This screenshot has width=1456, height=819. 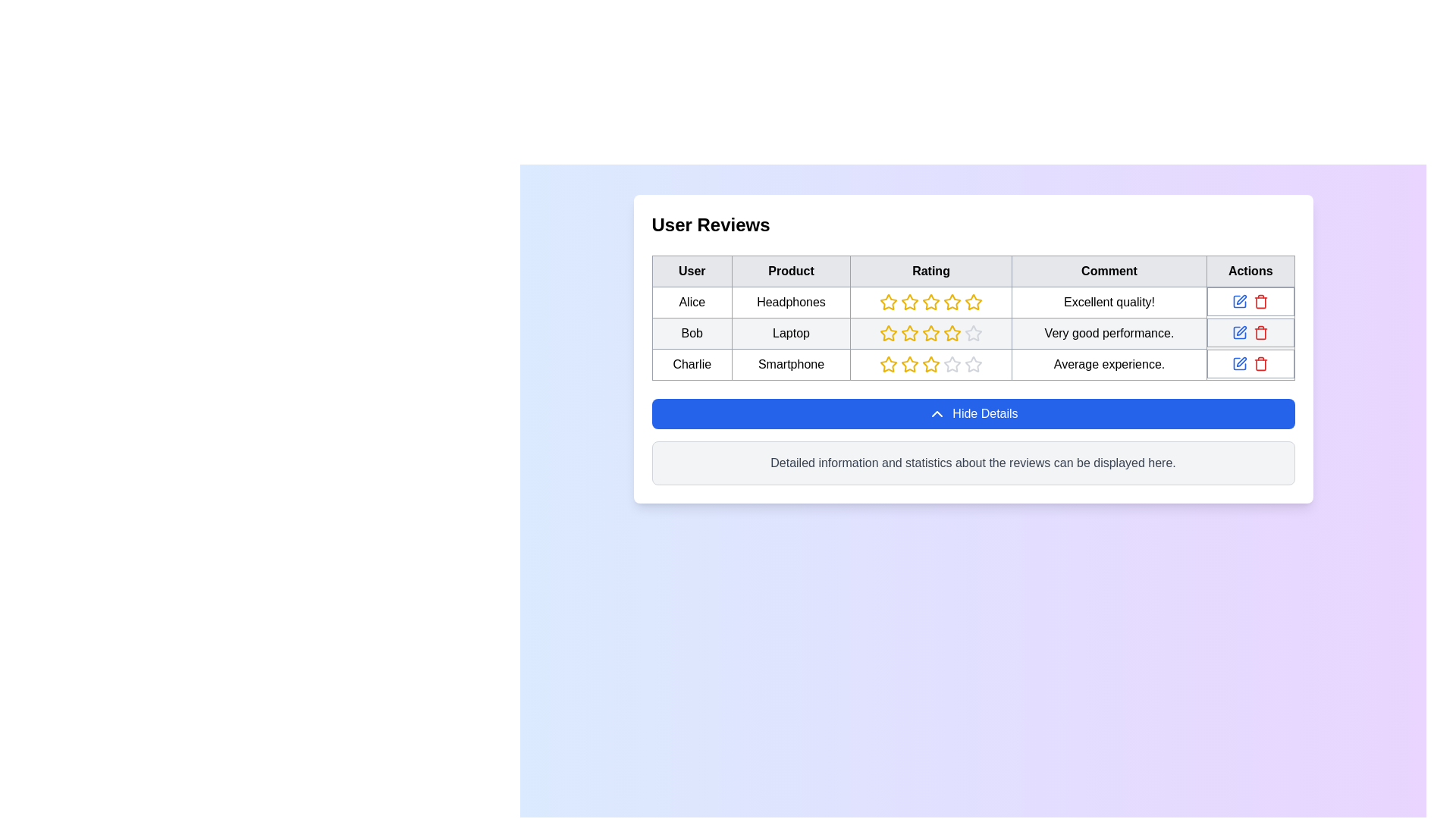 I want to click on text label displaying 'Excellent quality!' located in the 'Comment' column of the 'User Reviews' table for the user 'Alice' regarding 'Headphones', so click(x=1109, y=302).